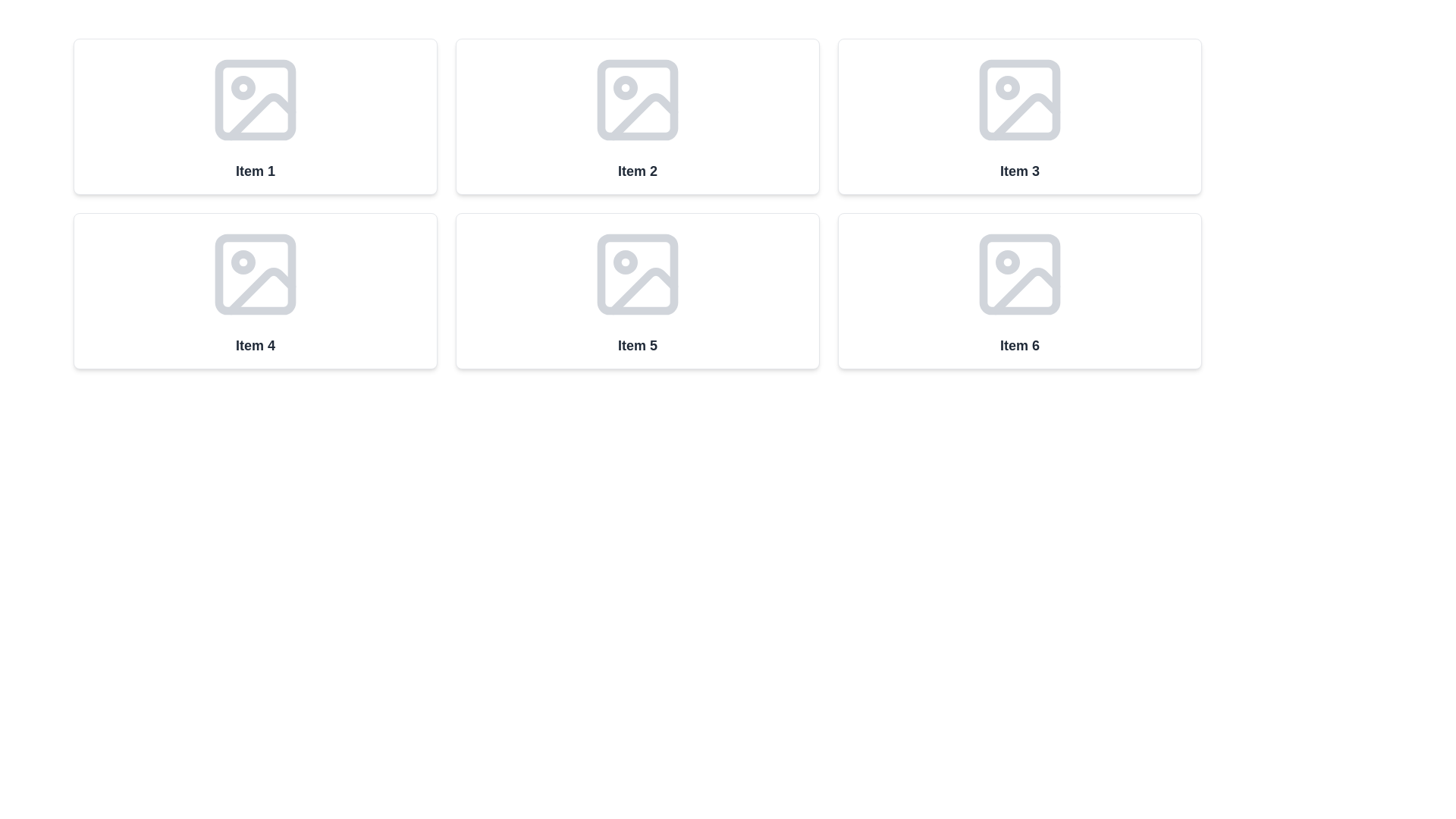 Image resolution: width=1456 pixels, height=819 pixels. I want to click on the image icon at the top-center of the 'Item 1' card, so click(255, 99).